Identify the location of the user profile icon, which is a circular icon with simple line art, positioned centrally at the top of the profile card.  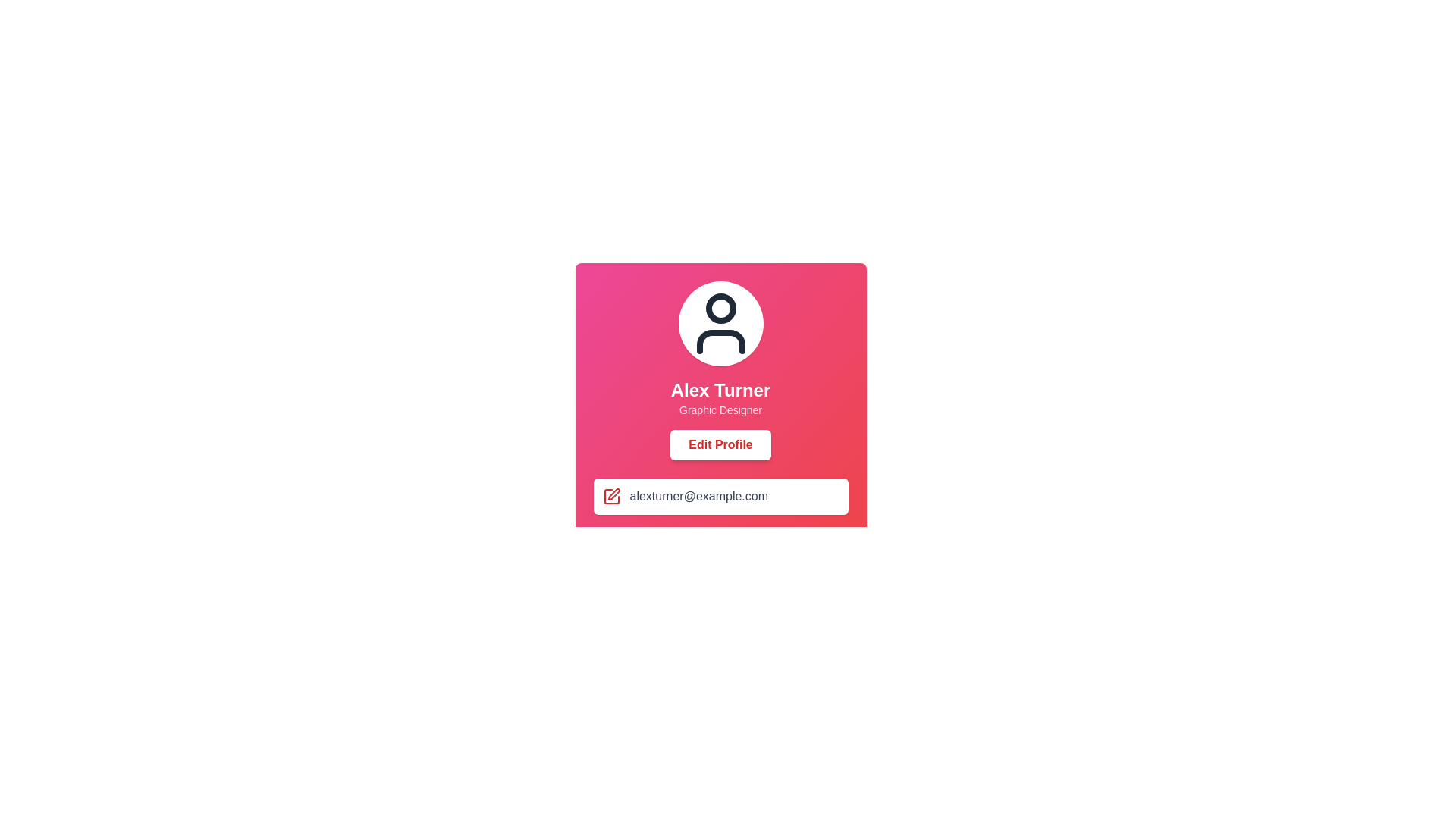
(720, 323).